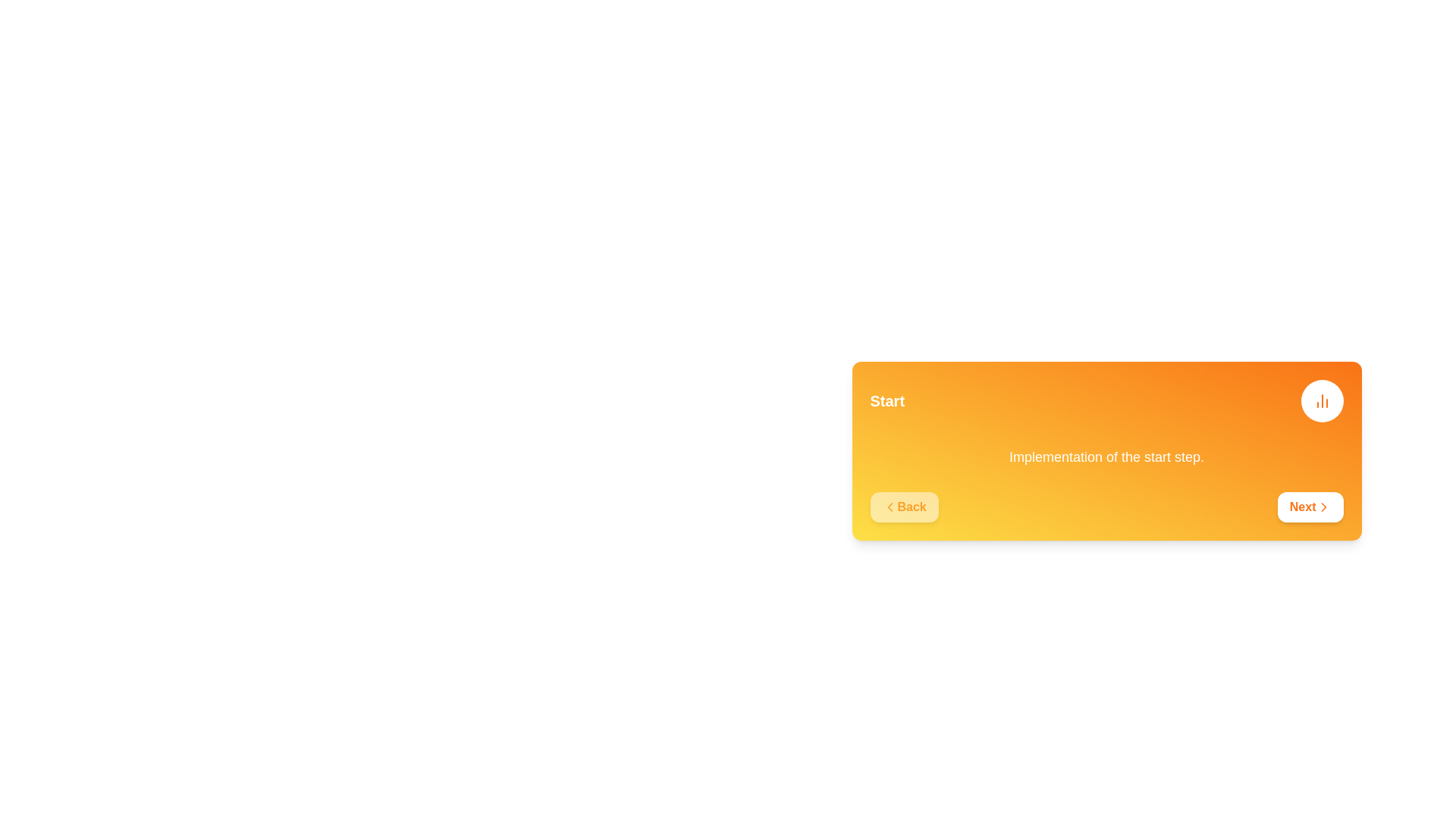  Describe the element at coordinates (1106, 456) in the screenshot. I see `the text label displaying 'Implementation of the start step.' which is centered in an orange gradient box, located under the title 'Start' and above the navigation buttons` at that location.